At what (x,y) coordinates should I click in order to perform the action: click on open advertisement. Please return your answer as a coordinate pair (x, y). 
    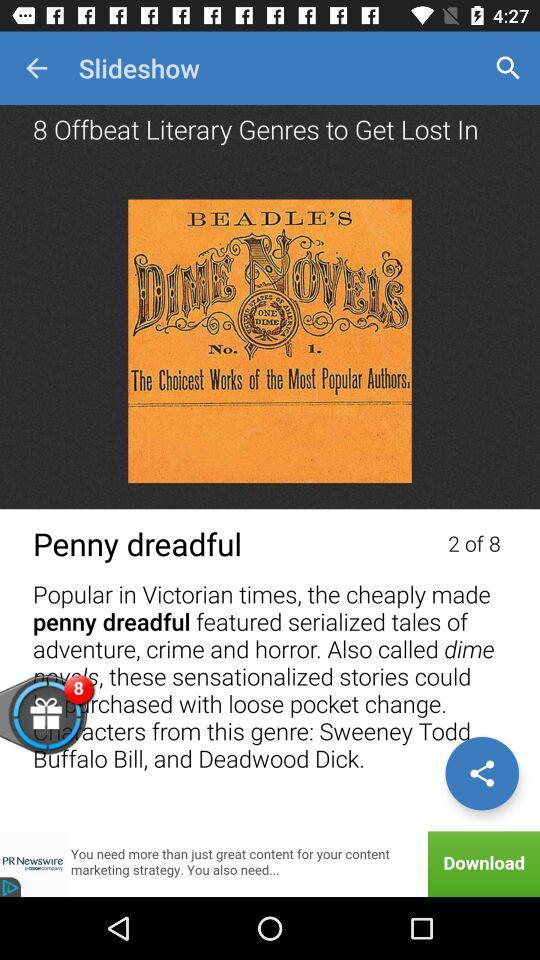
    Looking at the image, I should click on (270, 863).